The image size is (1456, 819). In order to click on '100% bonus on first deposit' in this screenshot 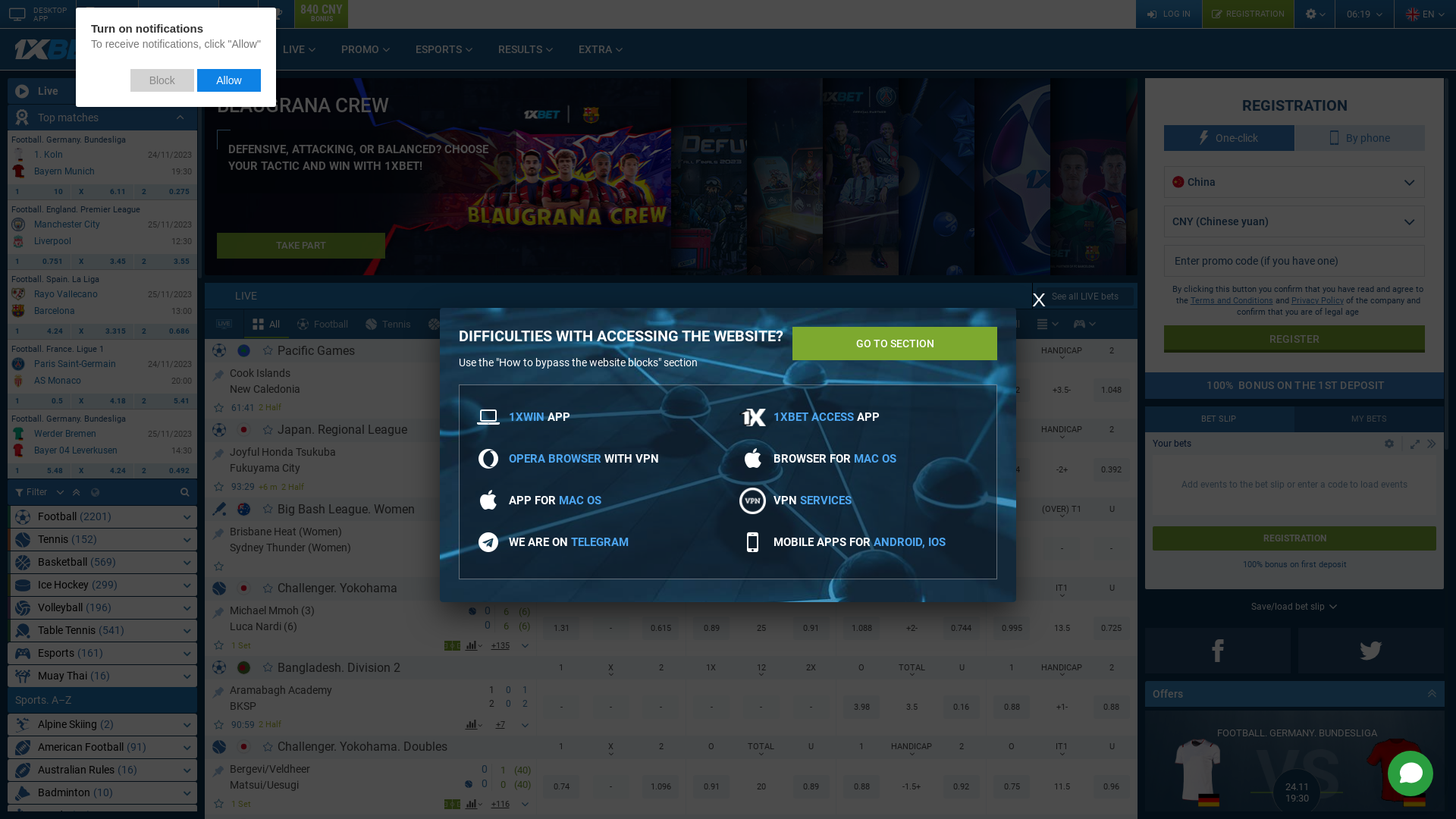, I will do `click(1293, 564)`.